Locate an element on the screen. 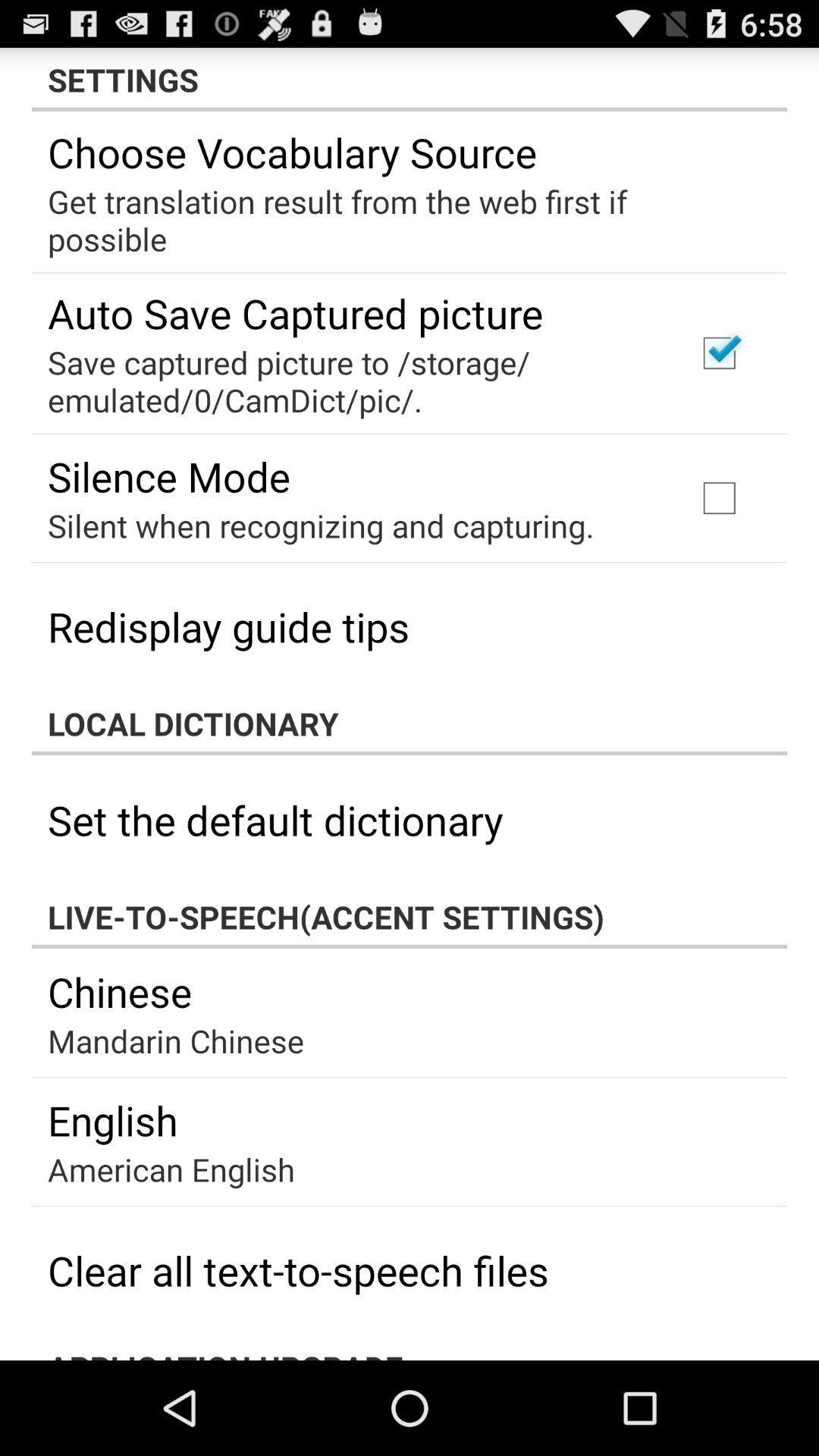 The height and width of the screenshot is (1456, 819). silent when recognizing app is located at coordinates (320, 525).